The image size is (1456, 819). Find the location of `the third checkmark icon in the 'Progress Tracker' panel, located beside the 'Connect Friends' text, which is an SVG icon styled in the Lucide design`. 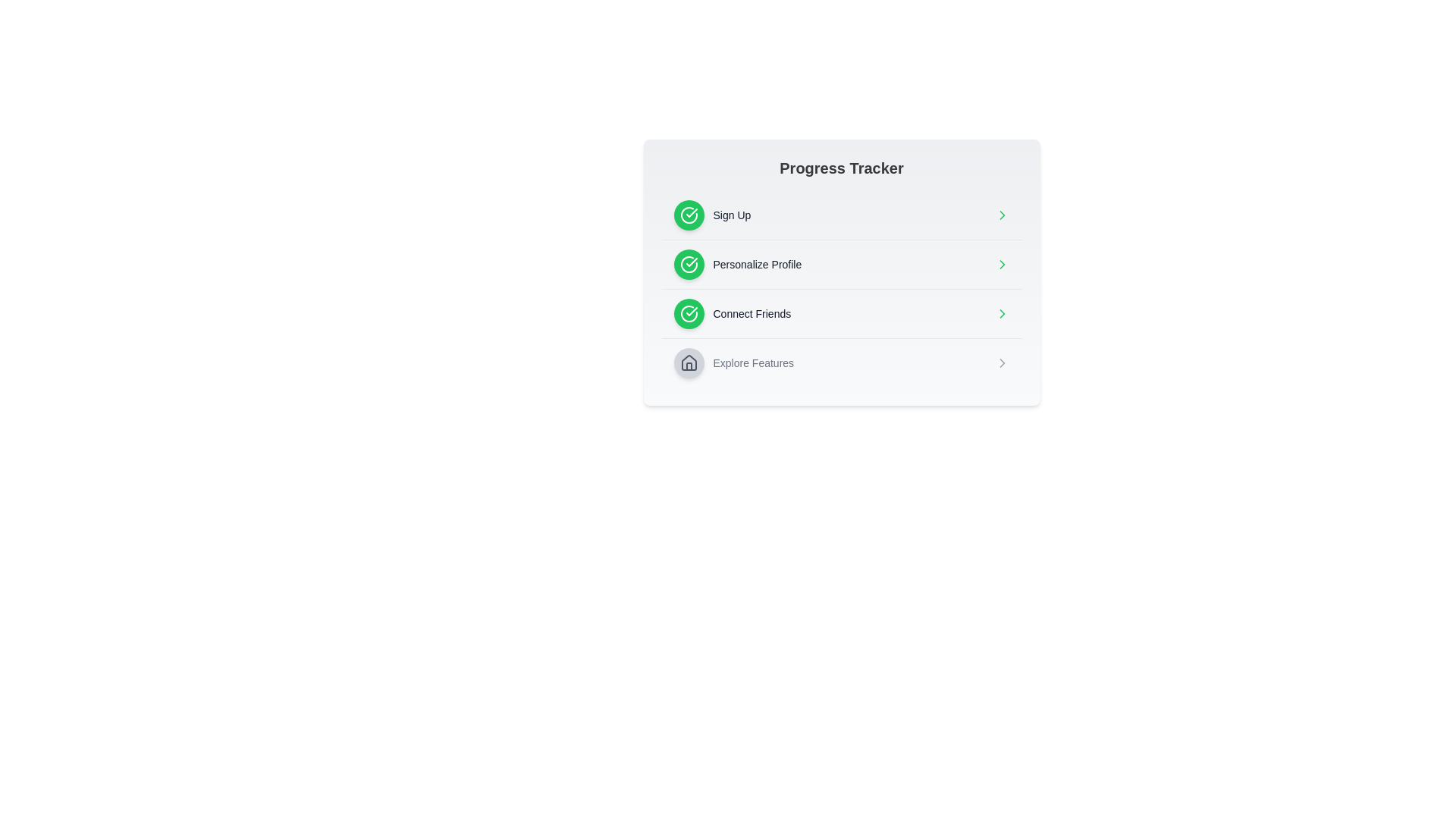

the third checkmark icon in the 'Progress Tracker' panel, located beside the 'Connect Friends' text, which is an SVG icon styled in the Lucide design is located at coordinates (688, 312).